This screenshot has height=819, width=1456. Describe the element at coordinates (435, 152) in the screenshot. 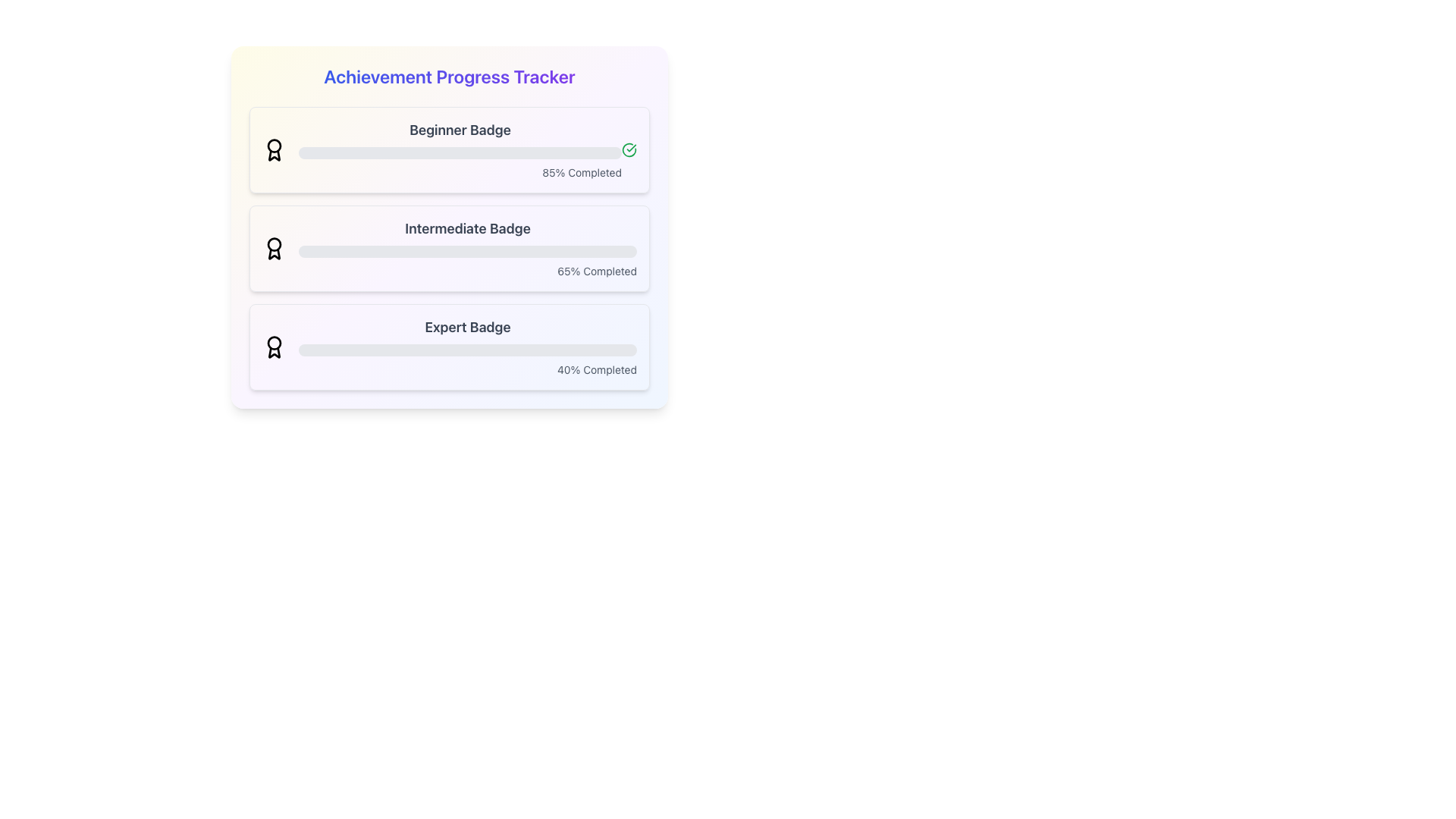

I see `Progress bar indicating 85% completion towards earning the Beginner Badge, located in the Achievement Progress Tracker` at that location.